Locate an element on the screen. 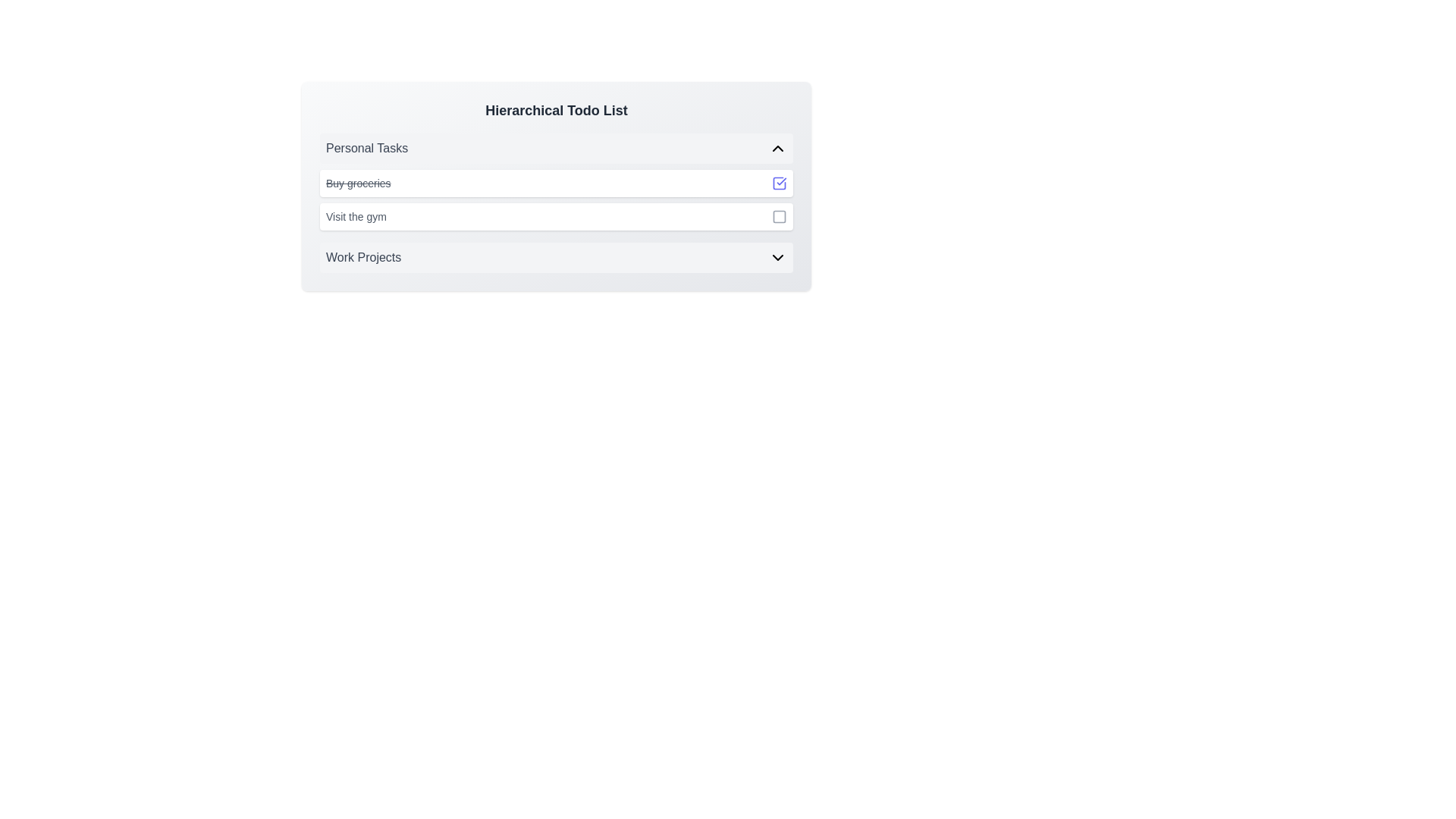 The image size is (1456, 819). on the list item labeled 'Buy groceries' with a line-through decoration is located at coordinates (556, 186).